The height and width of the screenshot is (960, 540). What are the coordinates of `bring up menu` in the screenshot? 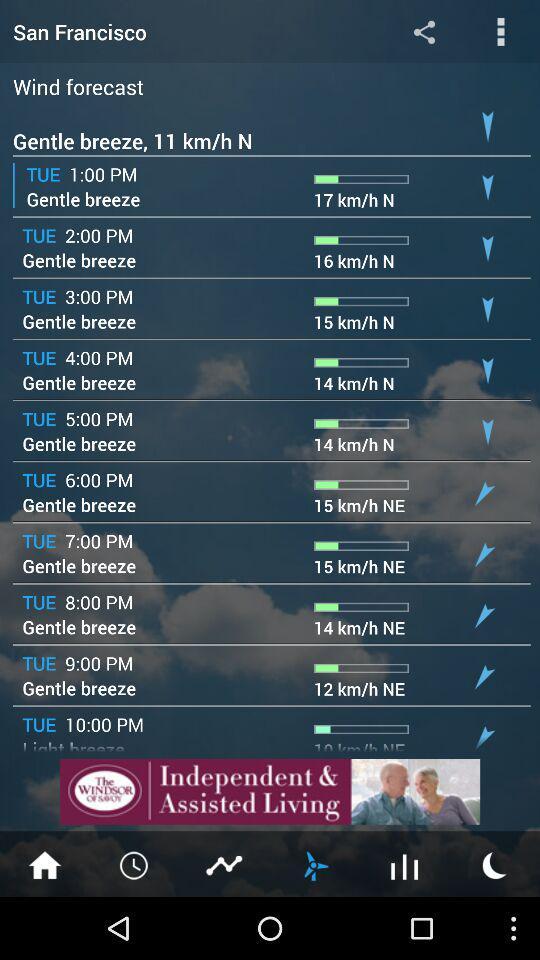 It's located at (500, 30).